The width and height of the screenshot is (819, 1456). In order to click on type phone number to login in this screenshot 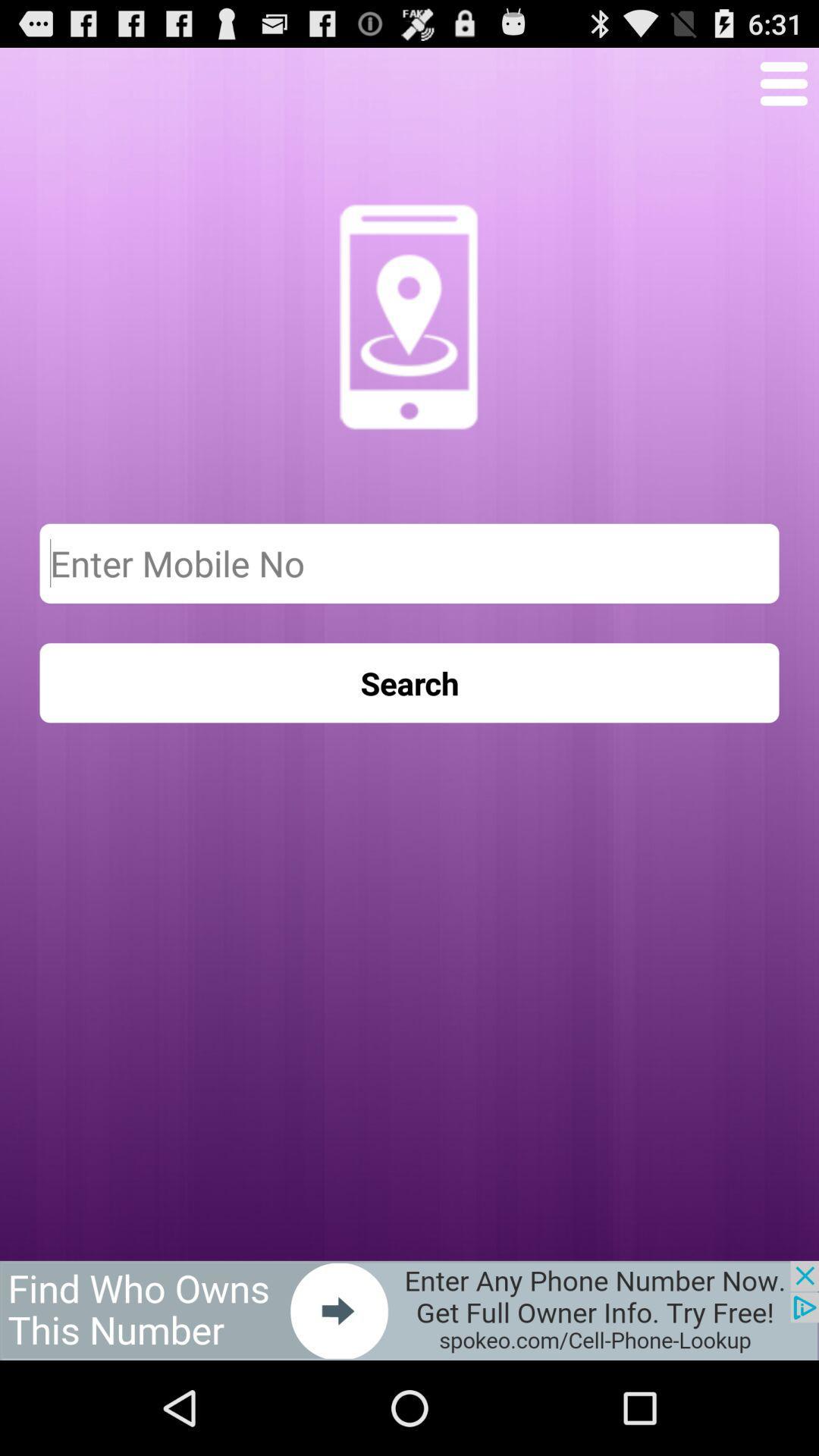, I will do `click(409, 563)`.